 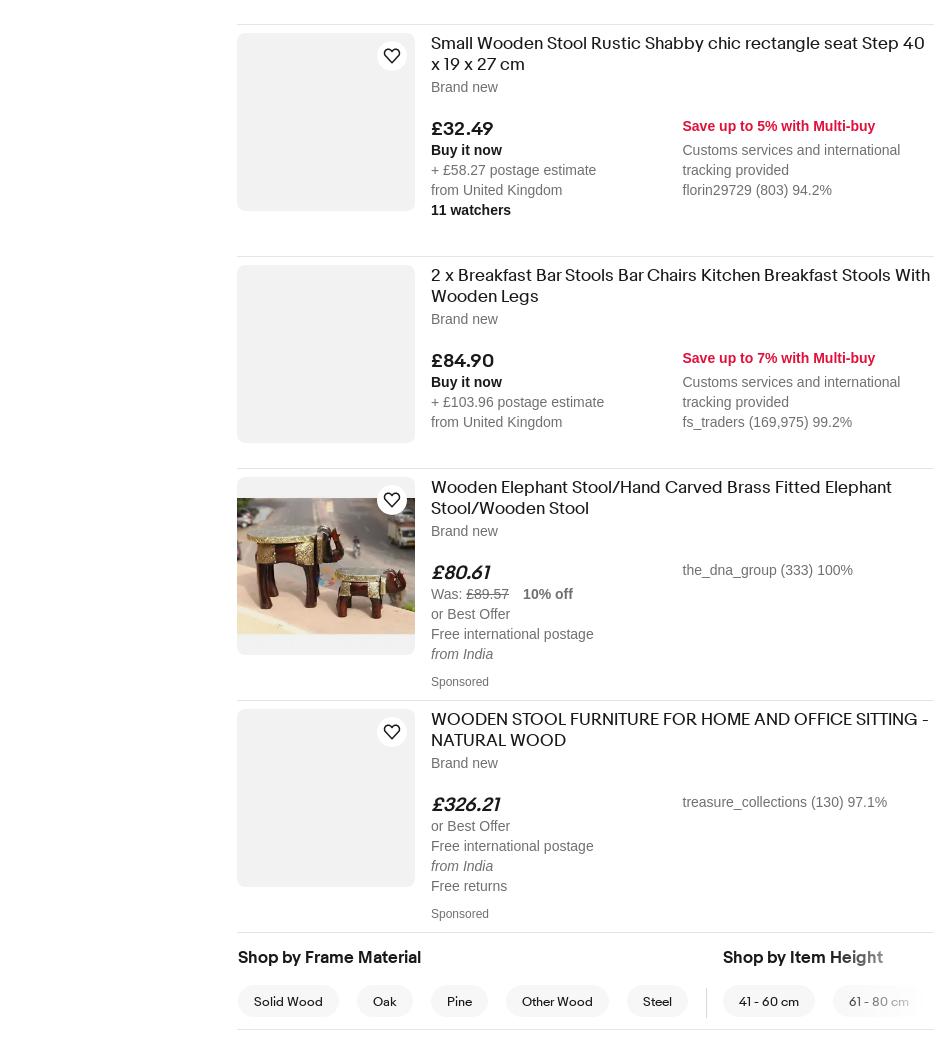 What do you see at coordinates (487, 592) in the screenshot?
I see `'£89.57'` at bounding box center [487, 592].